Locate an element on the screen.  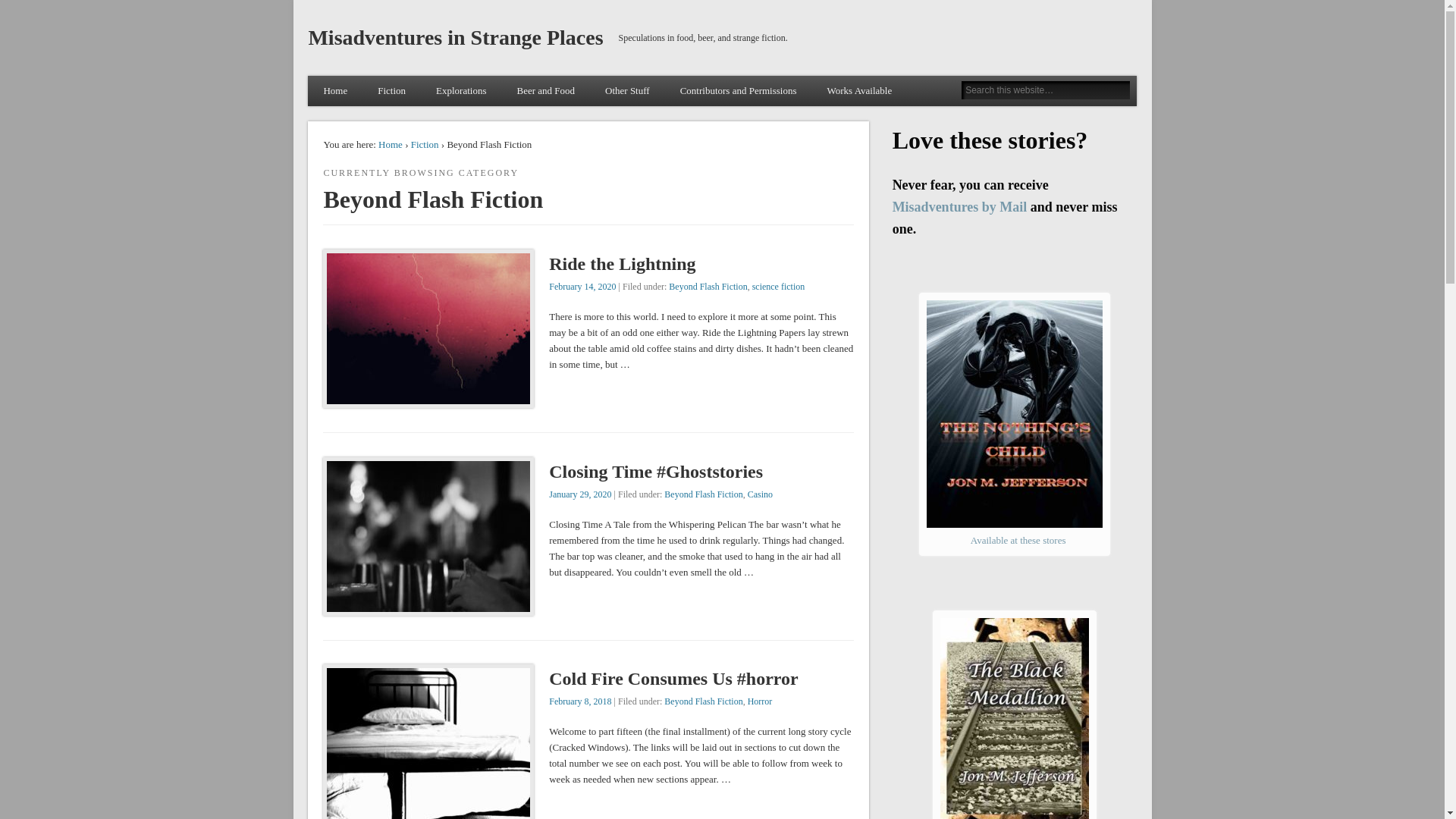
'Misadventures in Strange Places' is located at coordinates (454, 36).